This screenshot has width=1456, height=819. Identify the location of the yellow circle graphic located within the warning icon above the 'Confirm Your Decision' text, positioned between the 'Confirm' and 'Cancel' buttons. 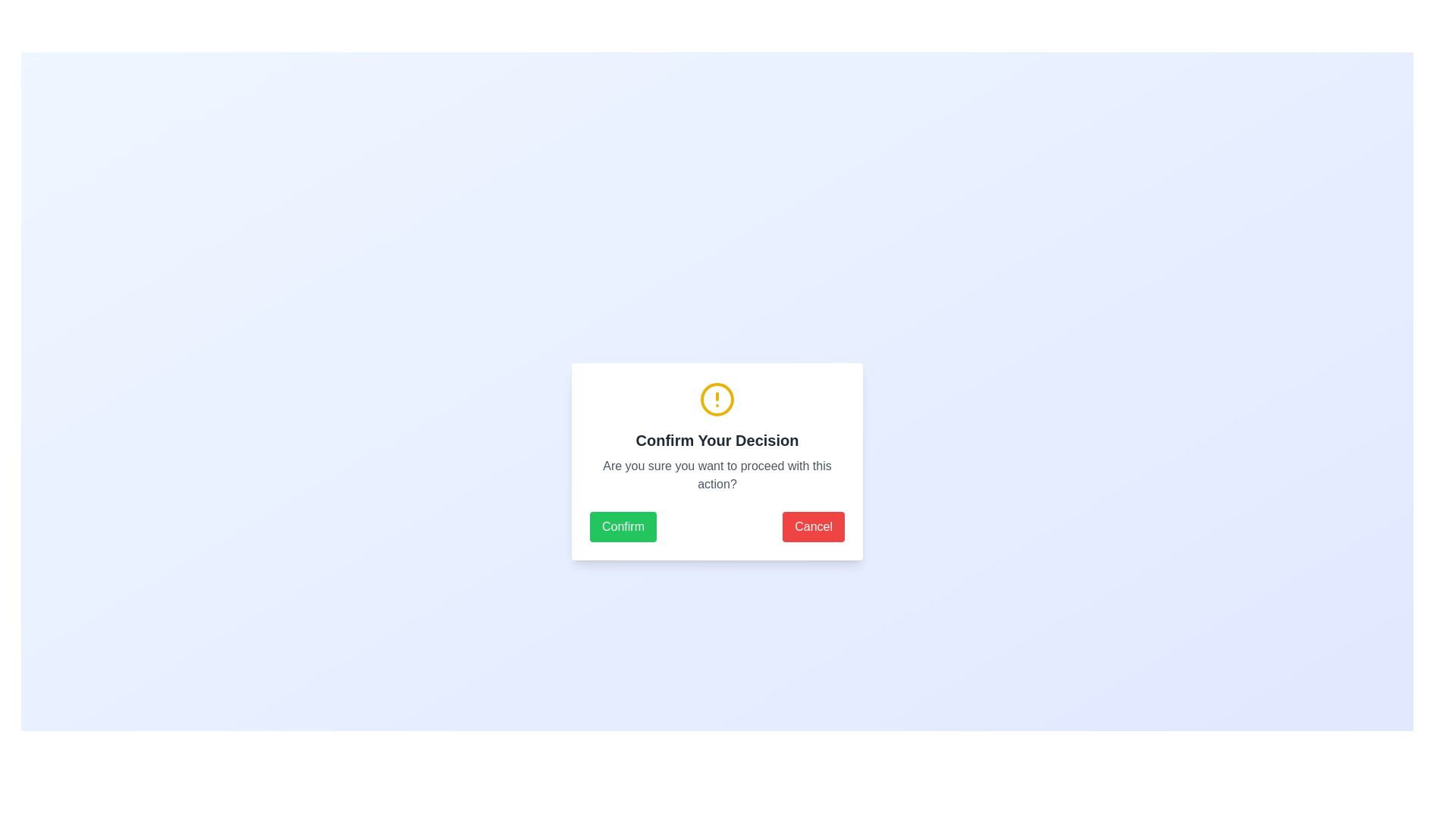
(716, 399).